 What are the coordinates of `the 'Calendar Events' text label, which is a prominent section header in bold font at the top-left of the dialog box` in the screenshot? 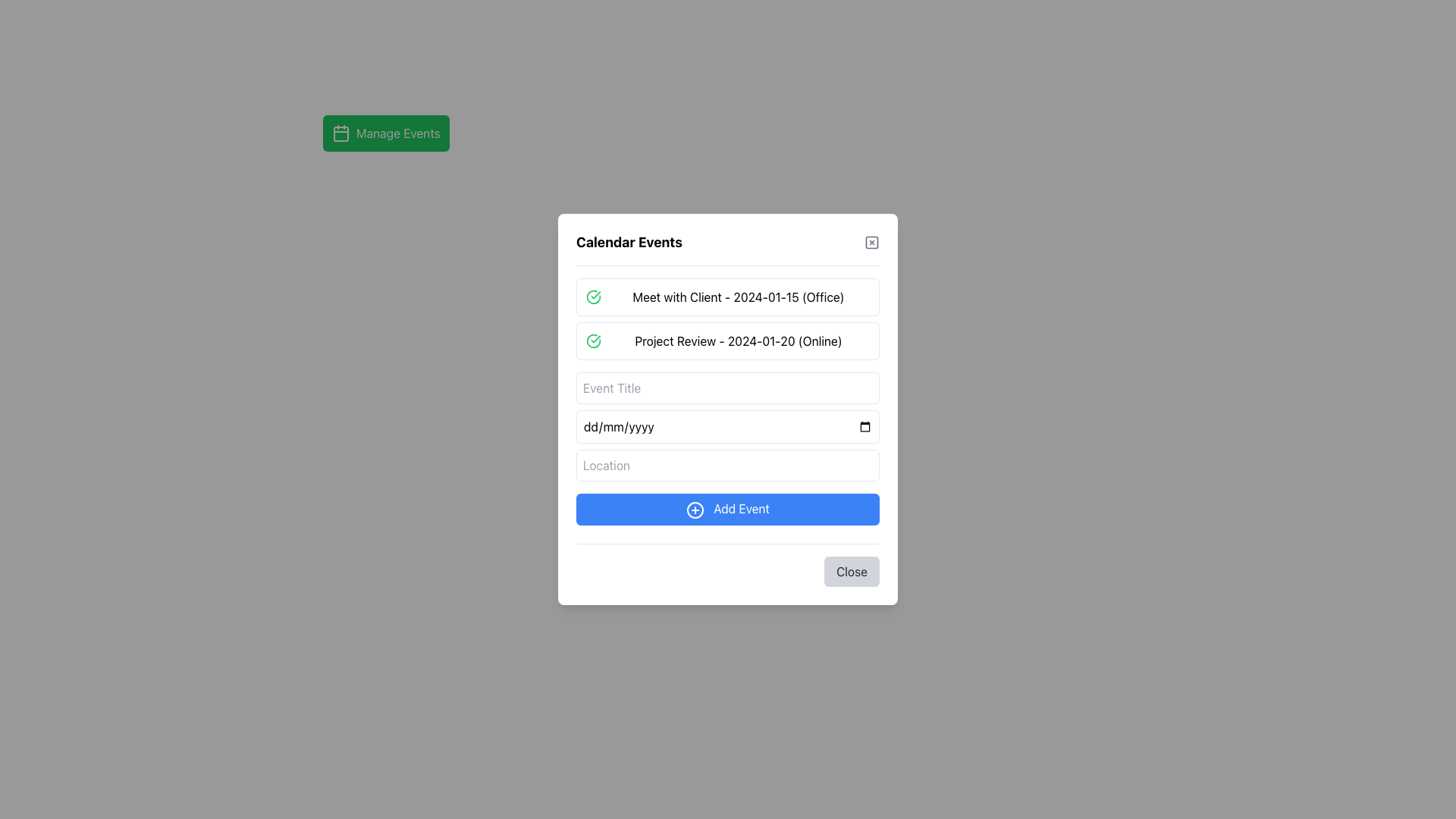 It's located at (629, 242).